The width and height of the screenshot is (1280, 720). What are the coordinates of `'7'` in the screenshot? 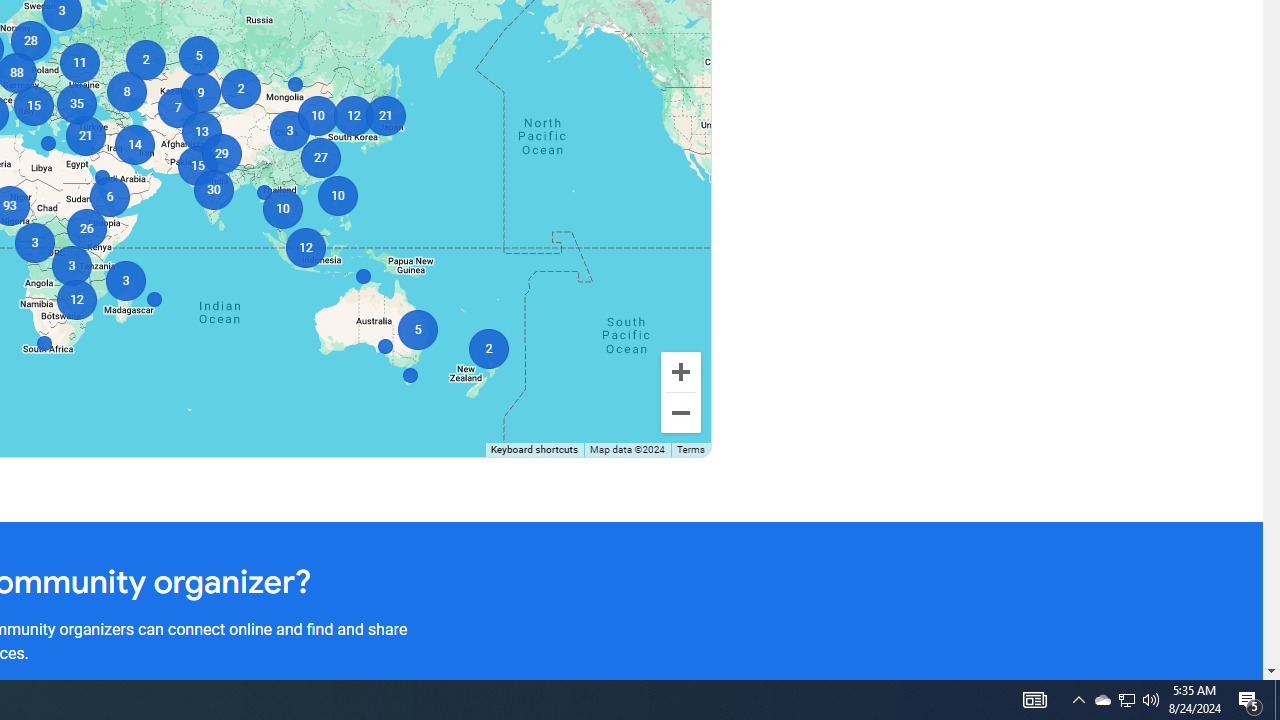 It's located at (177, 108).